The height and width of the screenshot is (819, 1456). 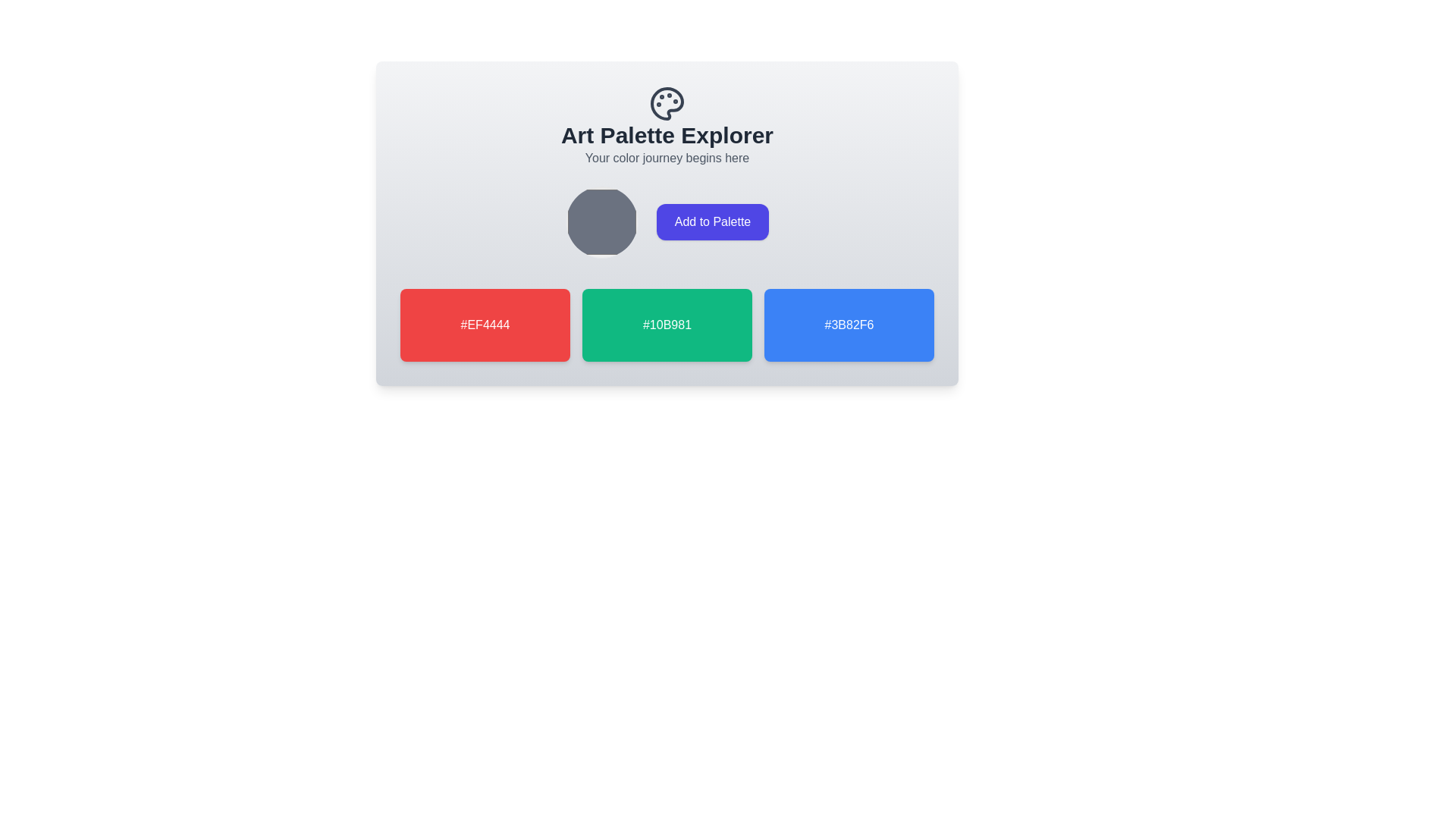 I want to click on the vibrant indigo 'Add to Palette' button with rounded corners, so click(x=712, y=222).